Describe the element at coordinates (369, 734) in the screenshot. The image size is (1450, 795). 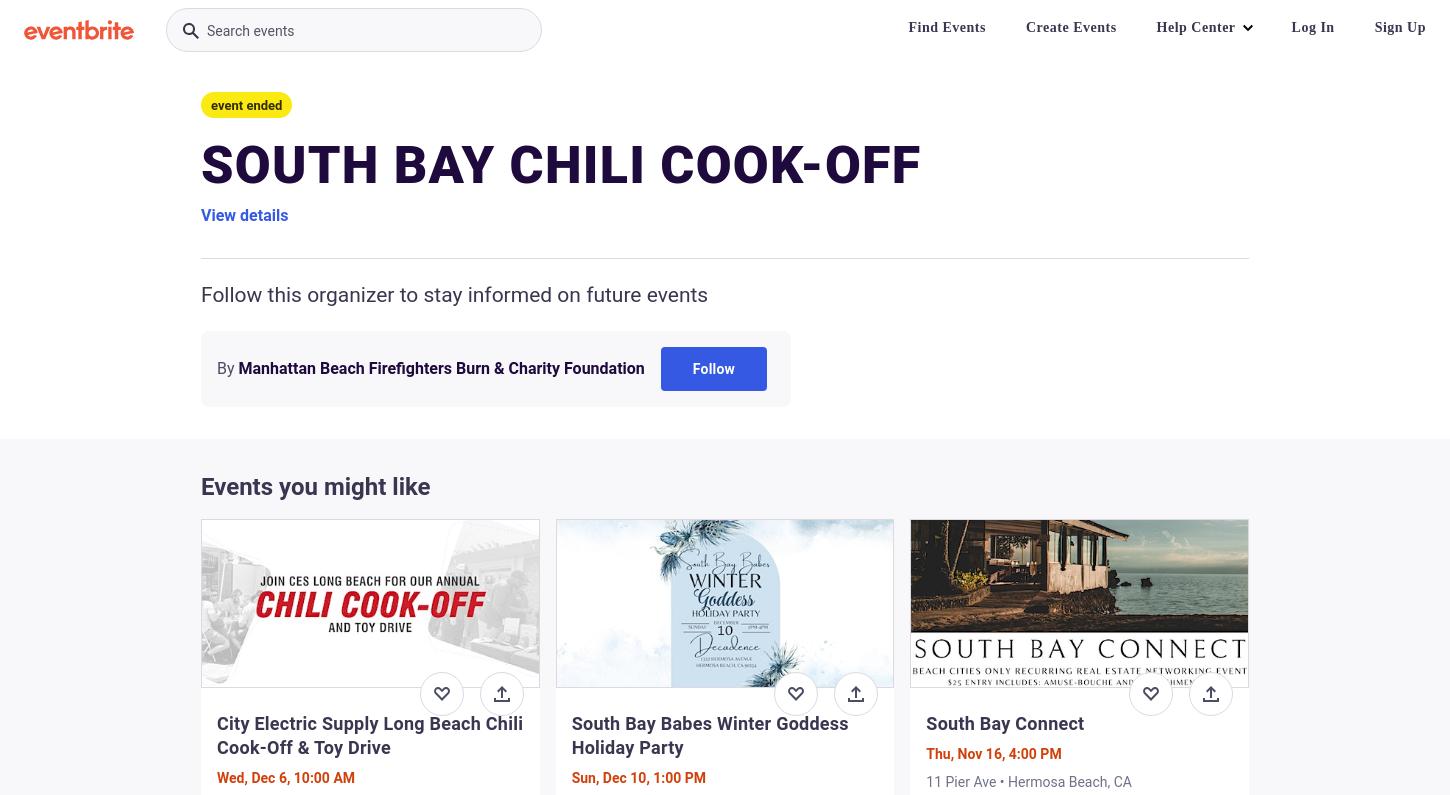
I see `'City Electric Supply Long Beach Chili Cook-Off & Toy Drive'` at that location.